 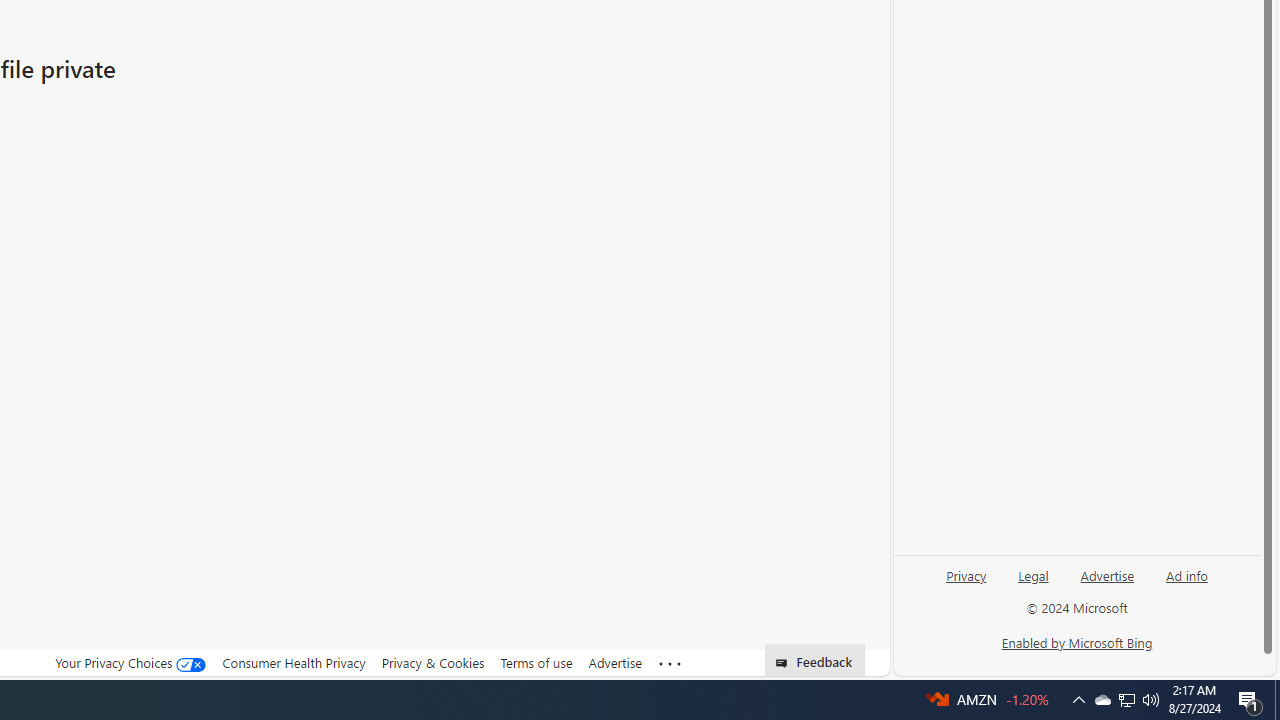 I want to click on 'Your Privacy Choices', so click(x=130, y=662).